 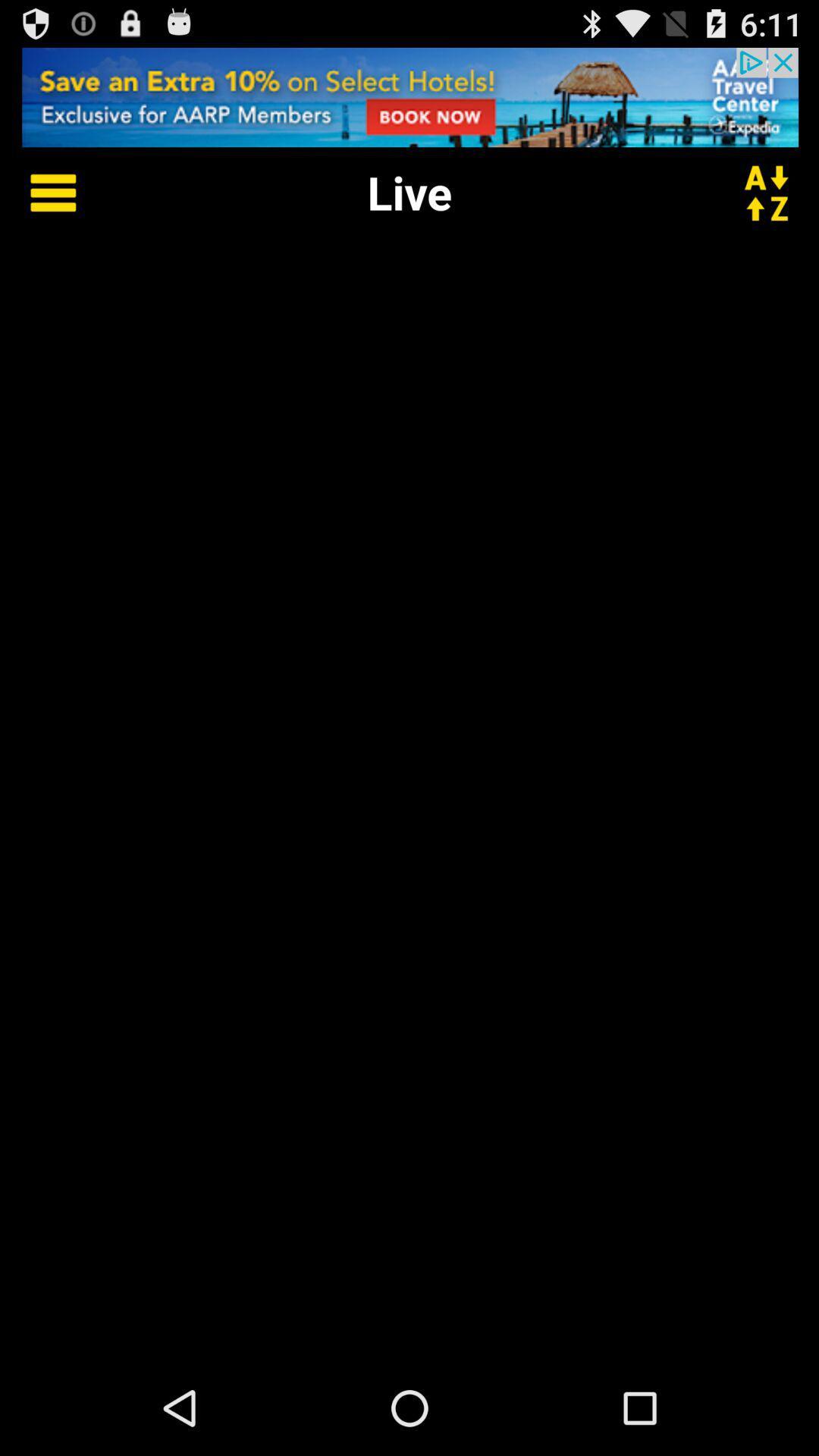 I want to click on menu, so click(x=42, y=191).